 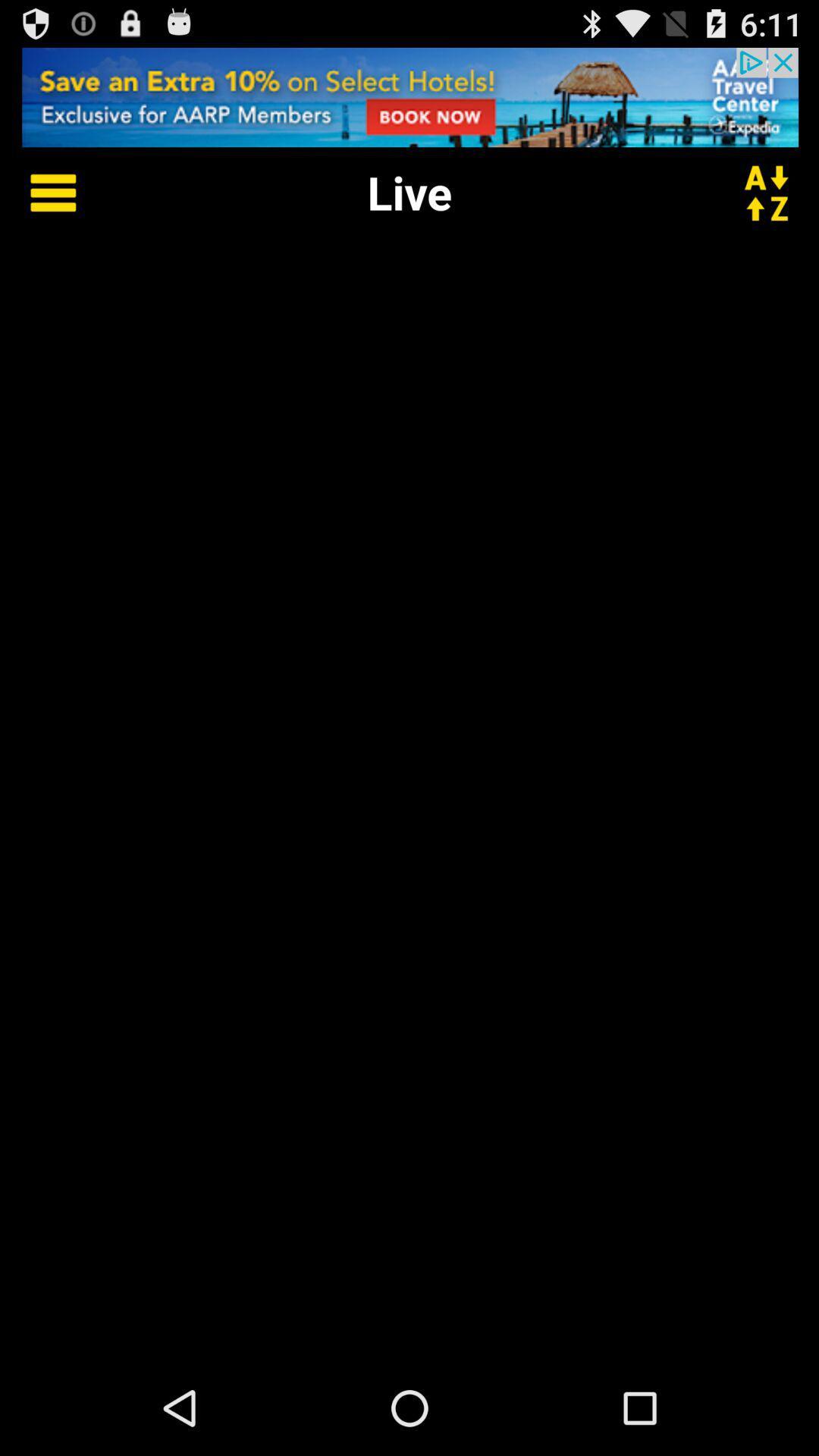 I want to click on menu, so click(x=42, y=191).